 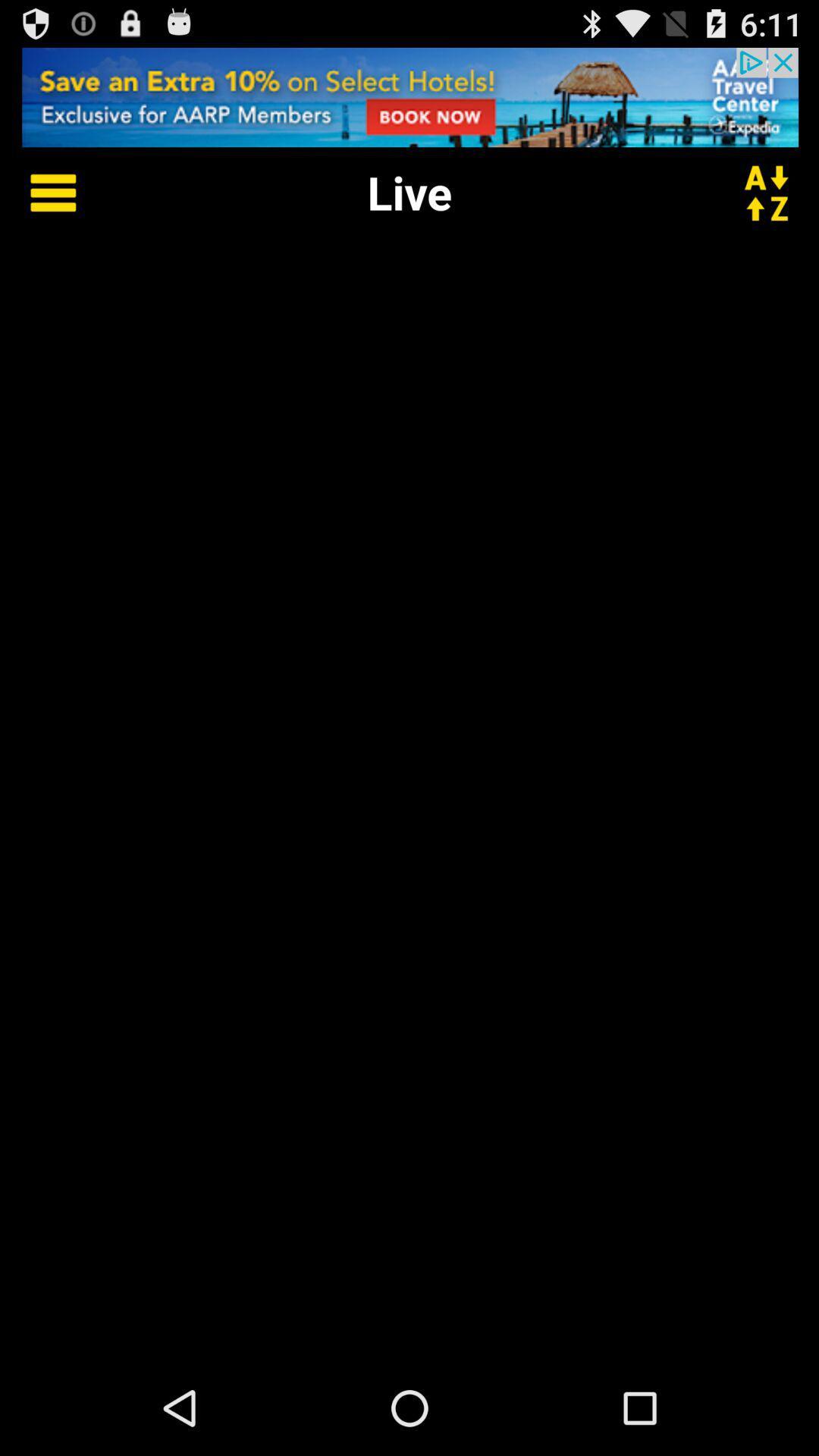 I want to click on menu, so click(x=42, y=191).